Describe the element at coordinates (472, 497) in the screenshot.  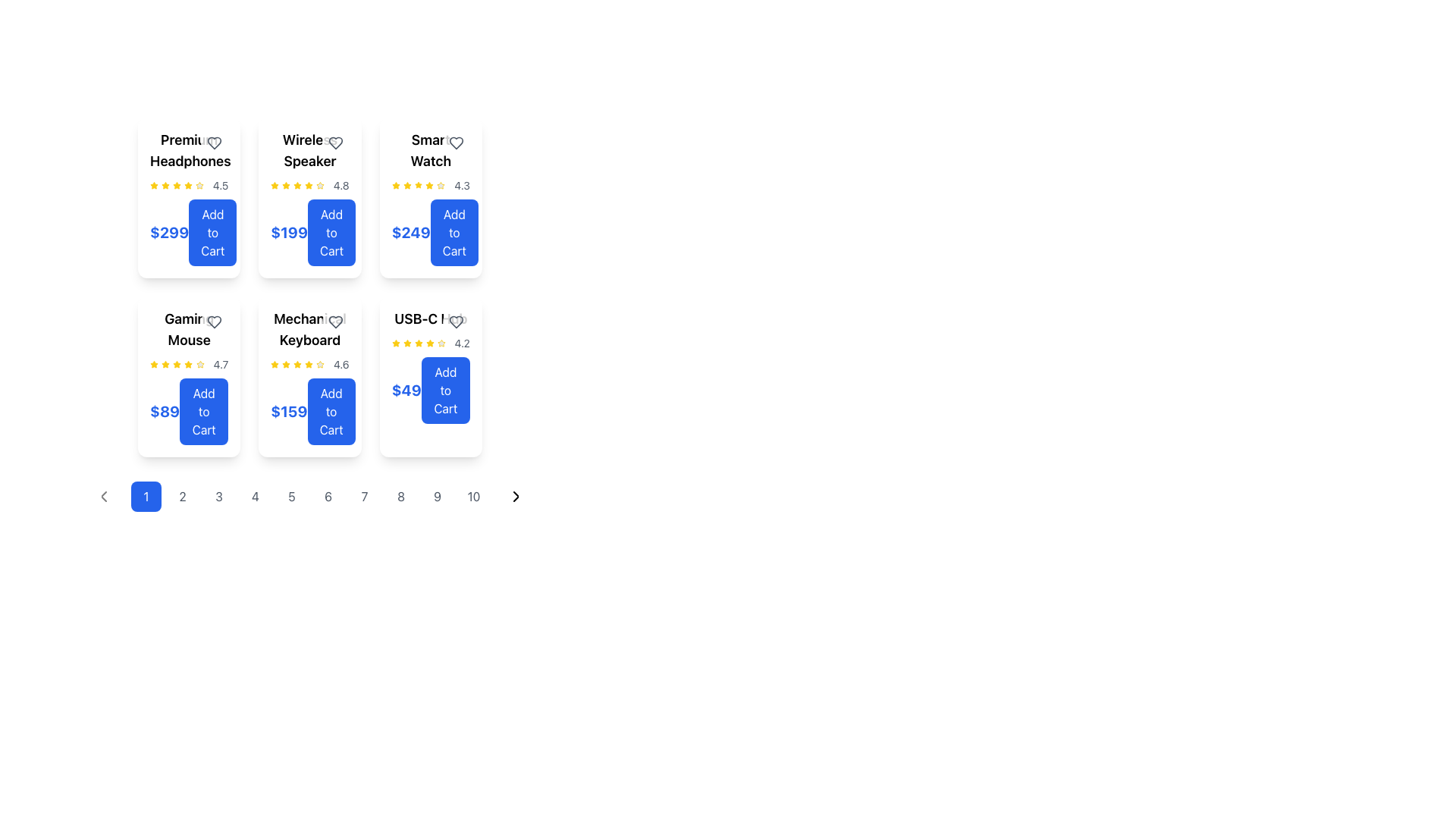
I see `the pagination button that navigates to the tenth page of the content displayed` at that location.